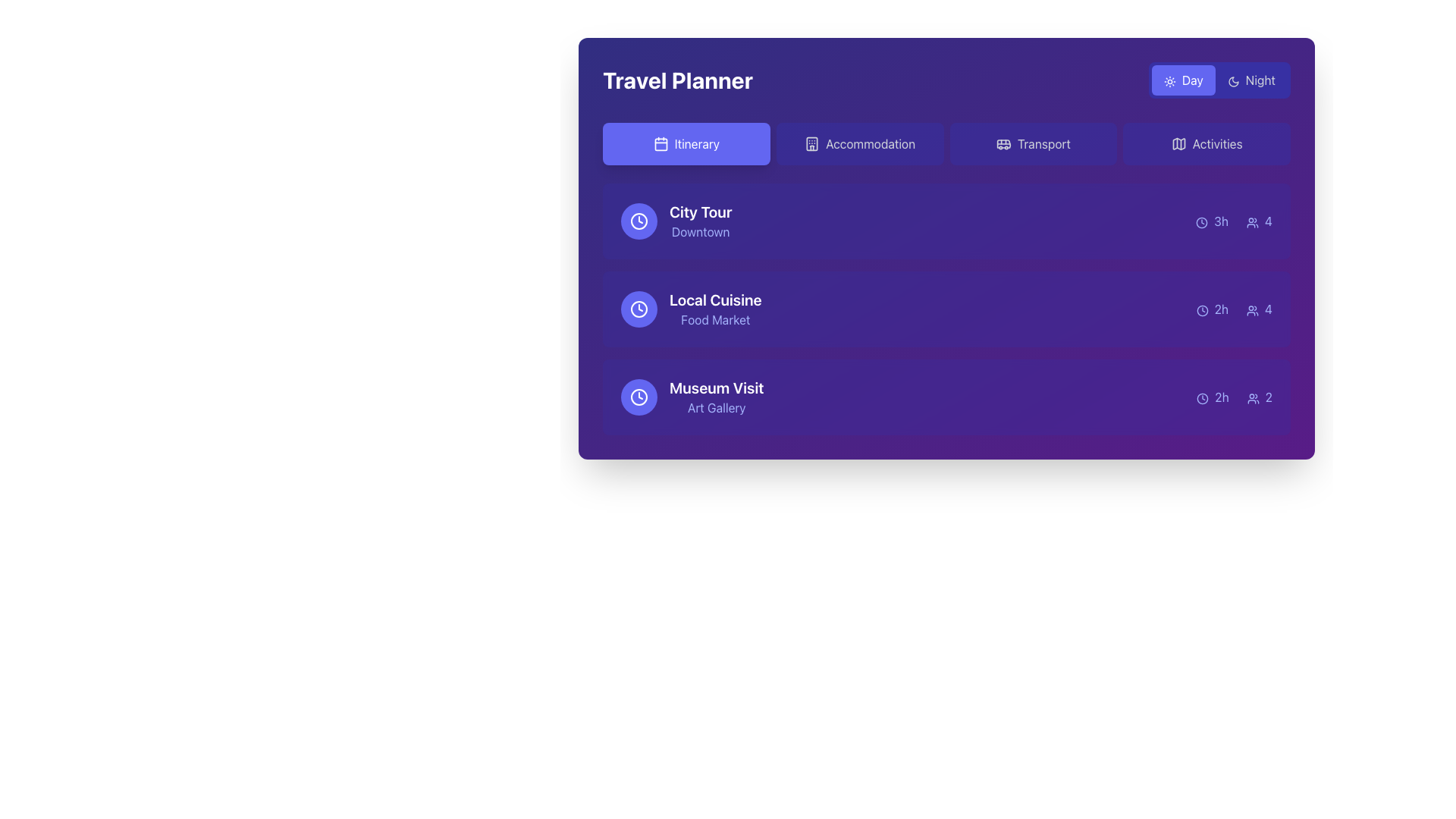  Describe the element at coordinates (1202, 397) in the screenshot. I see `the display of the clock icon located to the left of the '2h' text in the third list item of the 'Travel Planner' interface` at that location.